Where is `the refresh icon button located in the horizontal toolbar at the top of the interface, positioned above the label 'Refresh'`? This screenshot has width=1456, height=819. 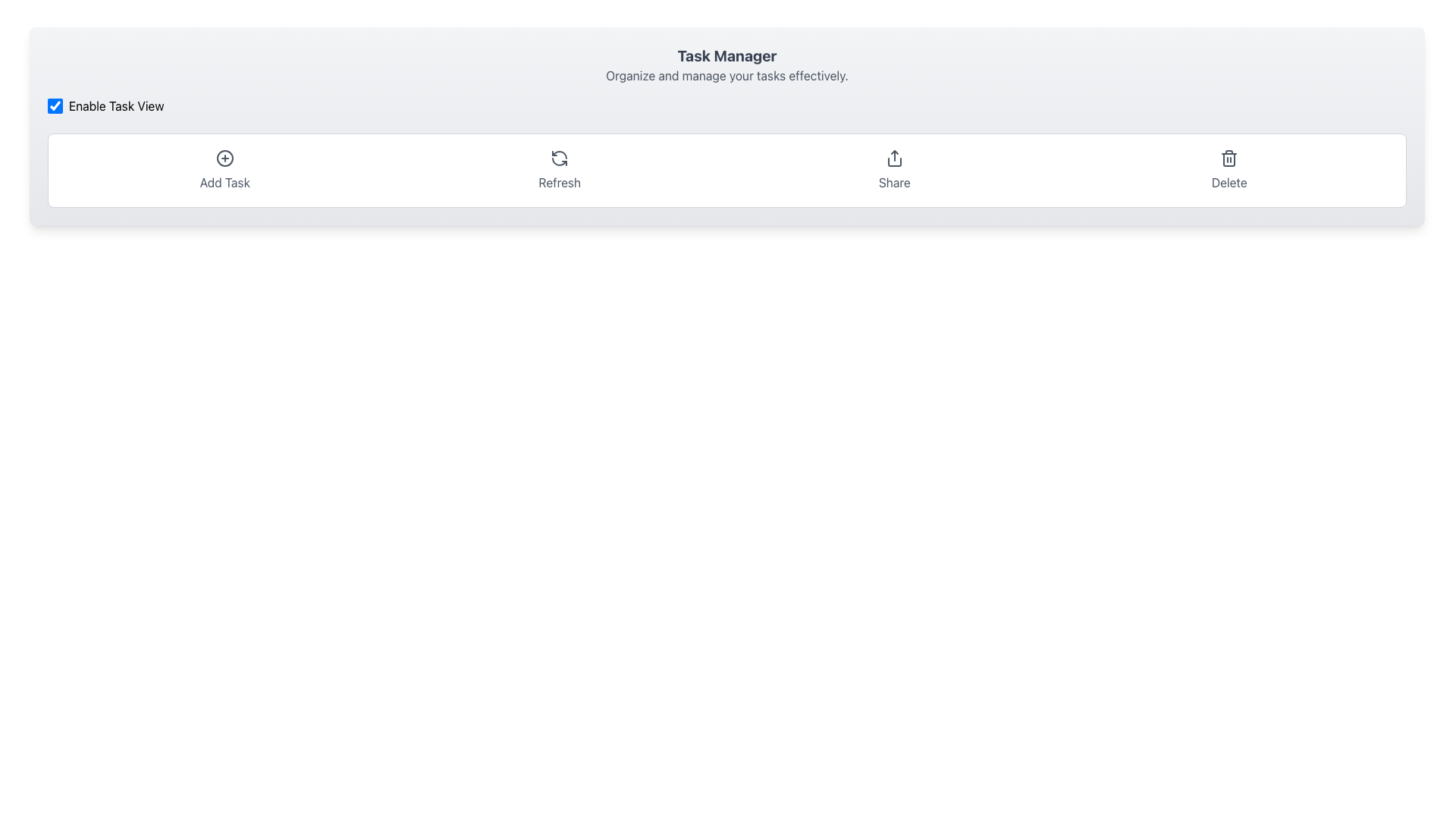
the refresh icon button located in the horizontal toolbar at the top of the interface, positioned above the label 'Refresh' is located at coordinates (559, 158).